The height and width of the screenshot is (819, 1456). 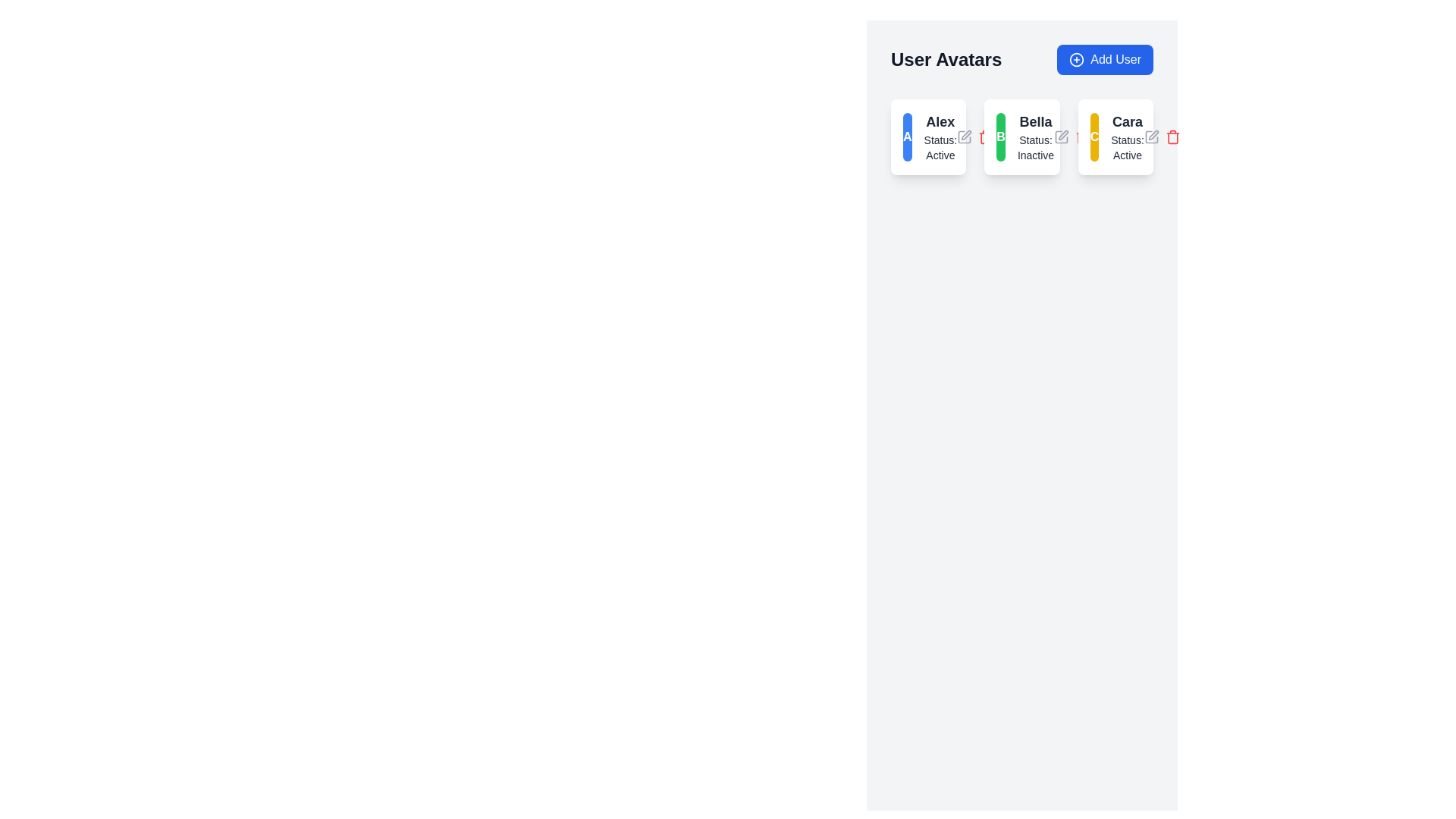 I want to click on the trash bin icon button in the top-right corner of the 'Cara' card, so click(x=1172, y=137).